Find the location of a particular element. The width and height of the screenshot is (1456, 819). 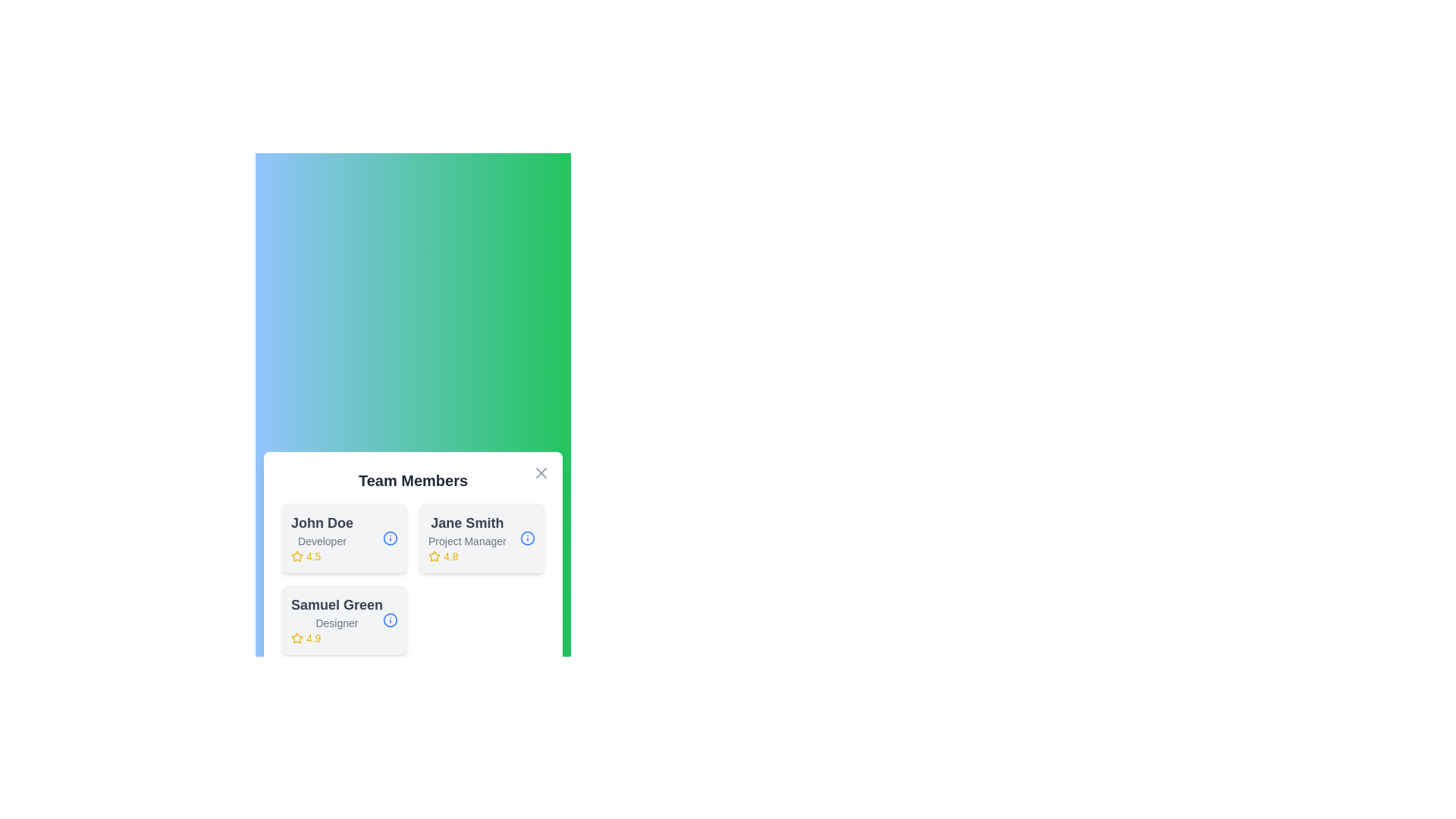

the info button for Jane Smith to view their details is located at coordinates (528, 537).